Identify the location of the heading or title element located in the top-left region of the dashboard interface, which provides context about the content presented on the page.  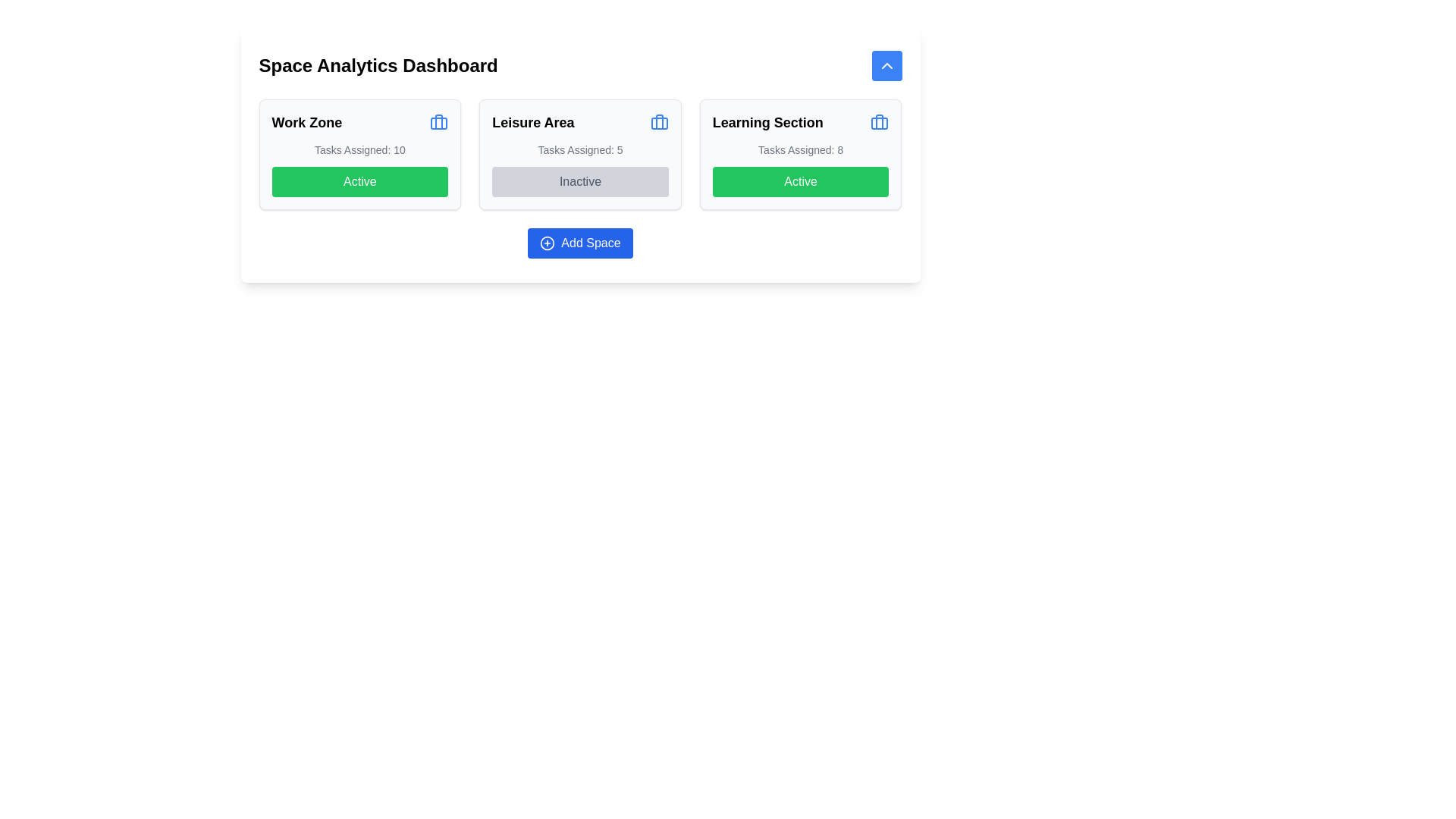
(378, 65).